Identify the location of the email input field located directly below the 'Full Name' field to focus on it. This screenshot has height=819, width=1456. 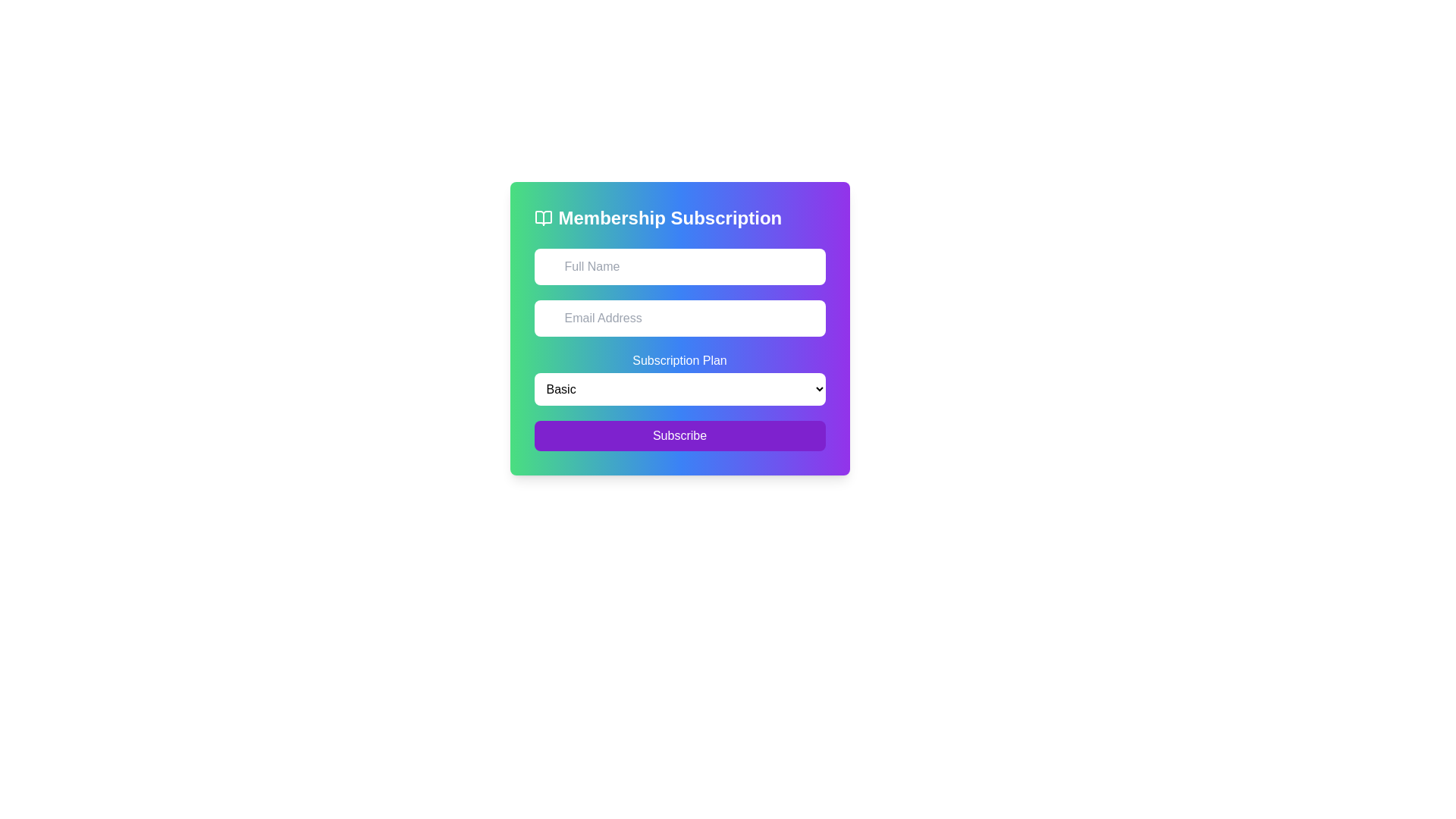
(679, 318).